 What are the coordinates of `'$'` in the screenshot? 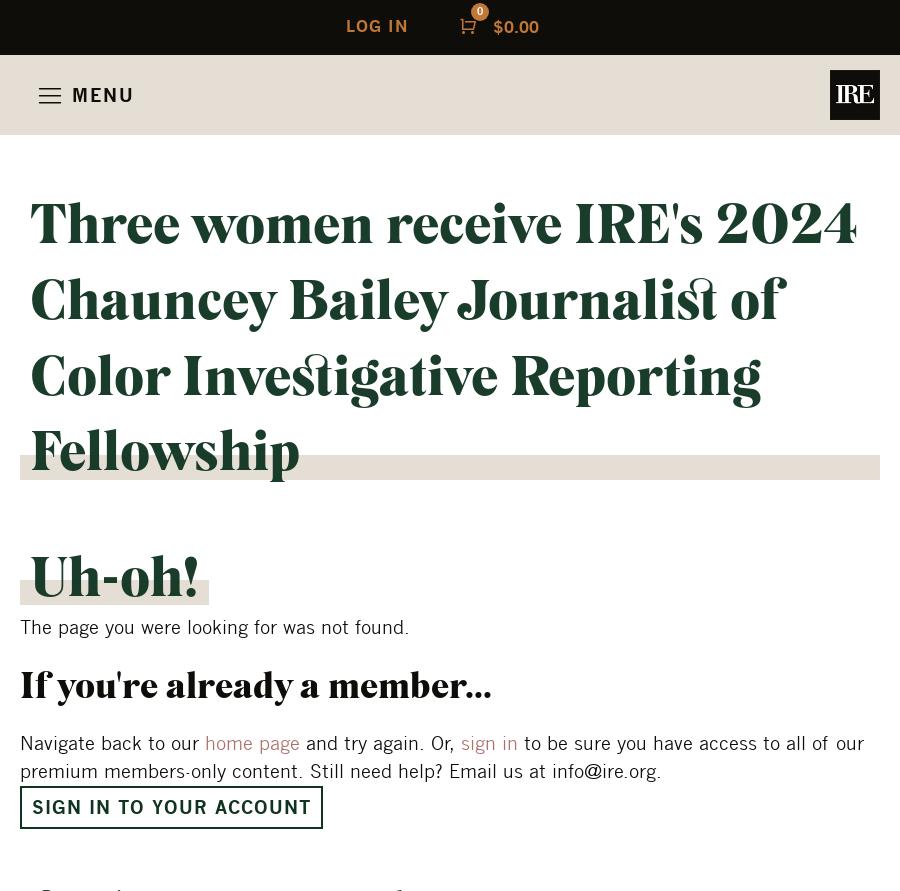 It's located at (497, 27).